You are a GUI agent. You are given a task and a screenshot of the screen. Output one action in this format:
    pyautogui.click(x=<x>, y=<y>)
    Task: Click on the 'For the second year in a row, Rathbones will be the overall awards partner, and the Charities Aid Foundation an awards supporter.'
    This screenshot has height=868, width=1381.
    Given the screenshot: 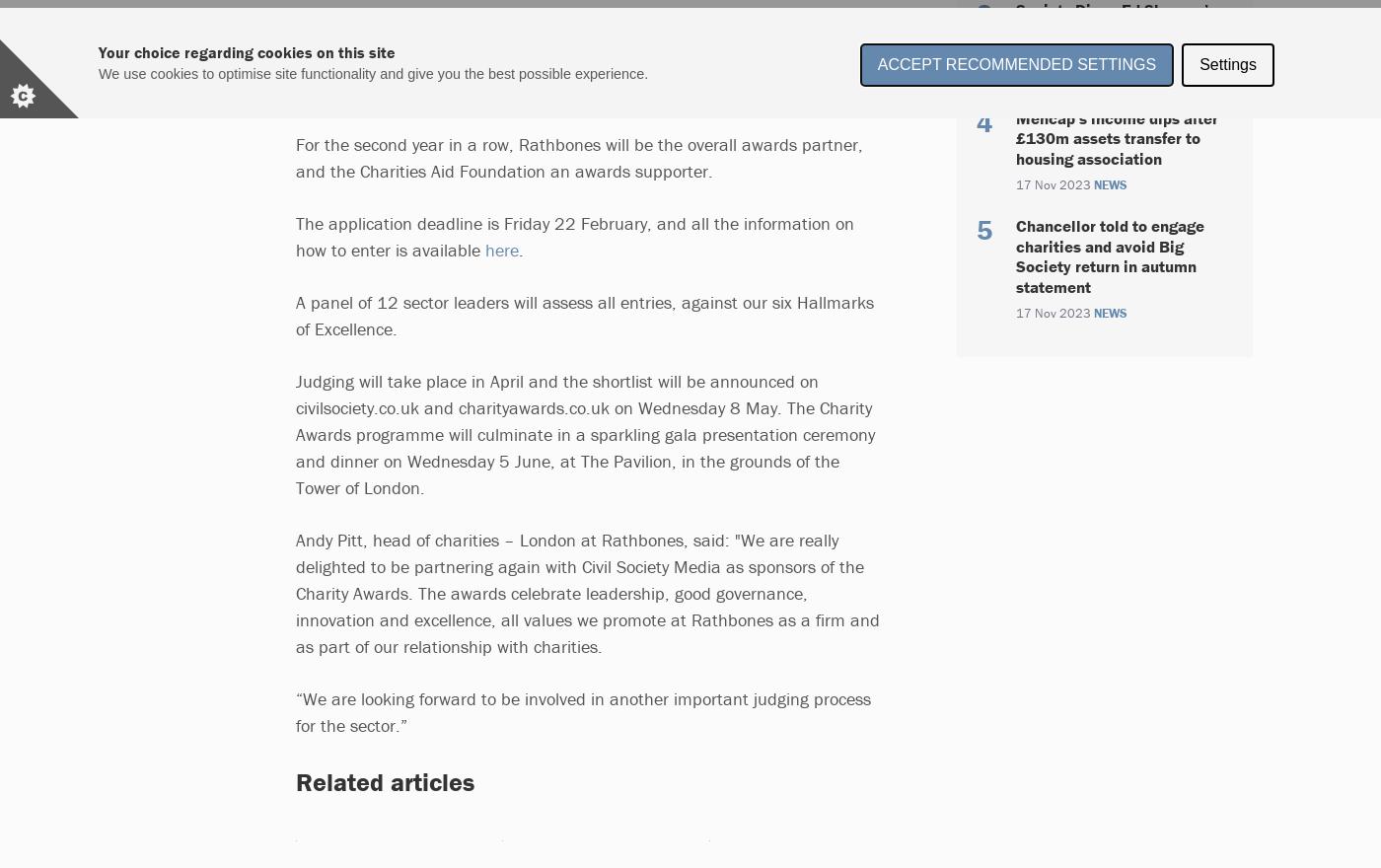 What is the action you would take?
    pyautogui.click(x=579, y=156)
    